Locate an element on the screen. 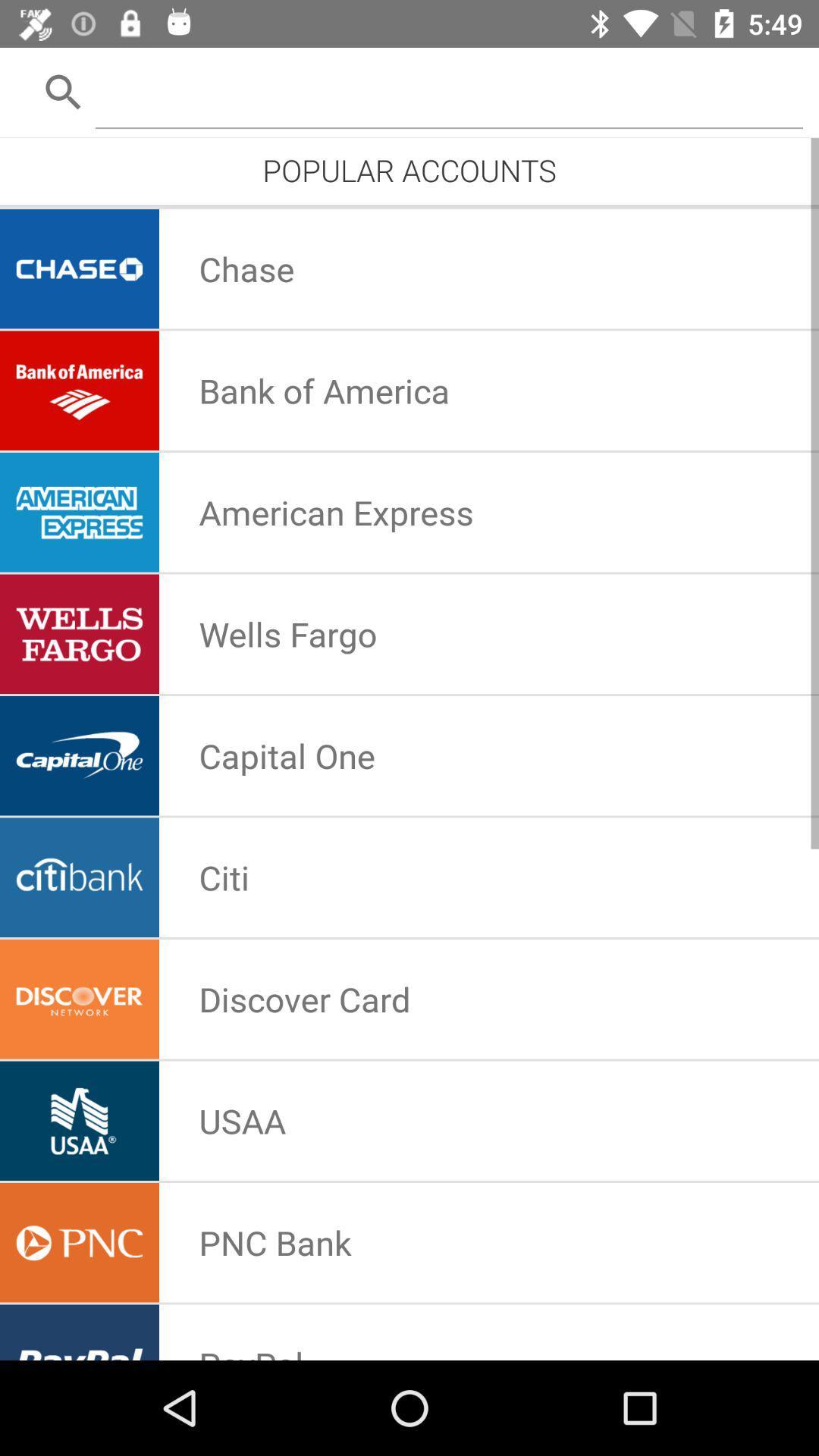 The image size is (819, 1456). item below the discover card app is located at coordinates (241, 1121).